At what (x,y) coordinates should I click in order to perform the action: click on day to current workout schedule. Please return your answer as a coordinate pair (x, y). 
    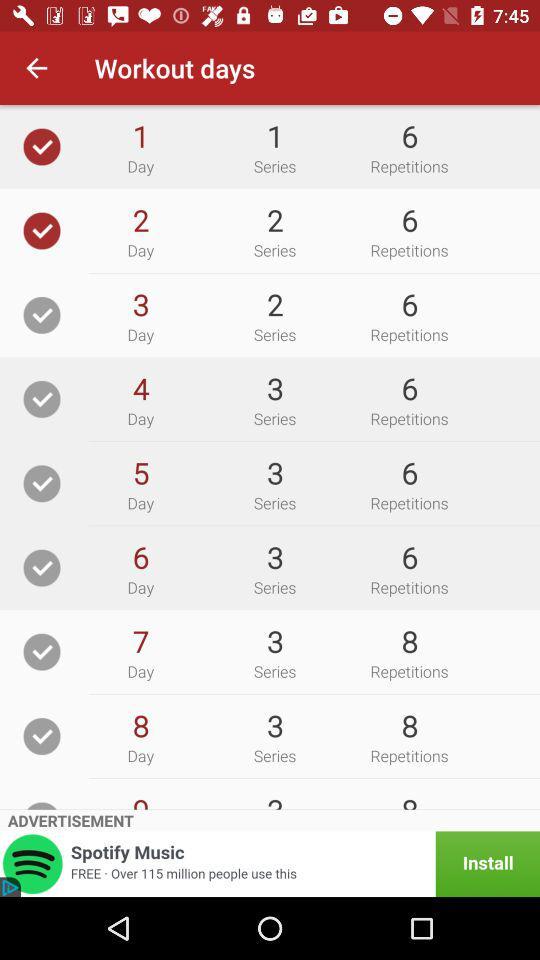
    Looking at the image, I should click on (42, 145).